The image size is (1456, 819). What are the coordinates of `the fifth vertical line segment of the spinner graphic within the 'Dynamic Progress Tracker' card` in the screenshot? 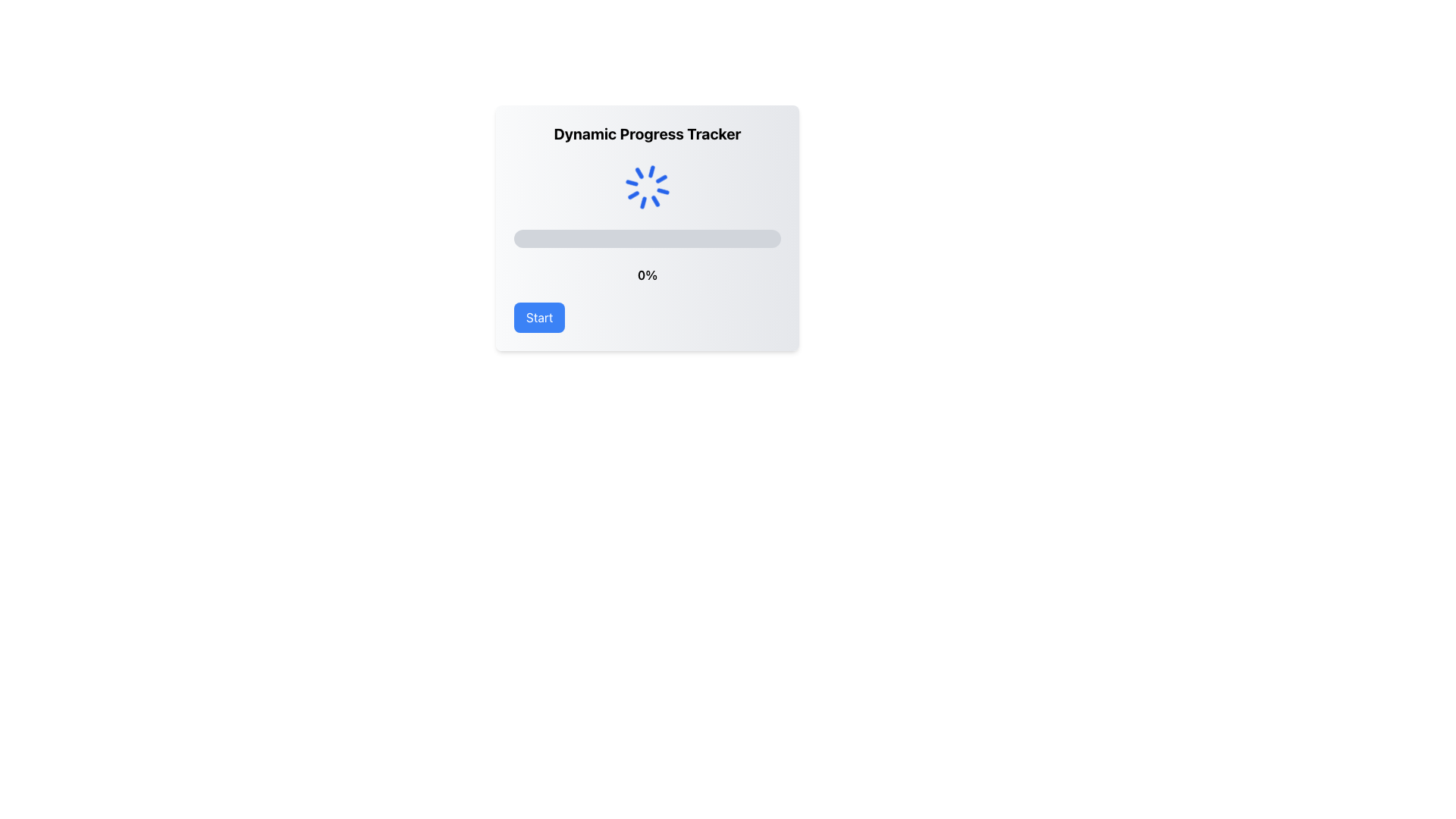 It's located at (642, 171).